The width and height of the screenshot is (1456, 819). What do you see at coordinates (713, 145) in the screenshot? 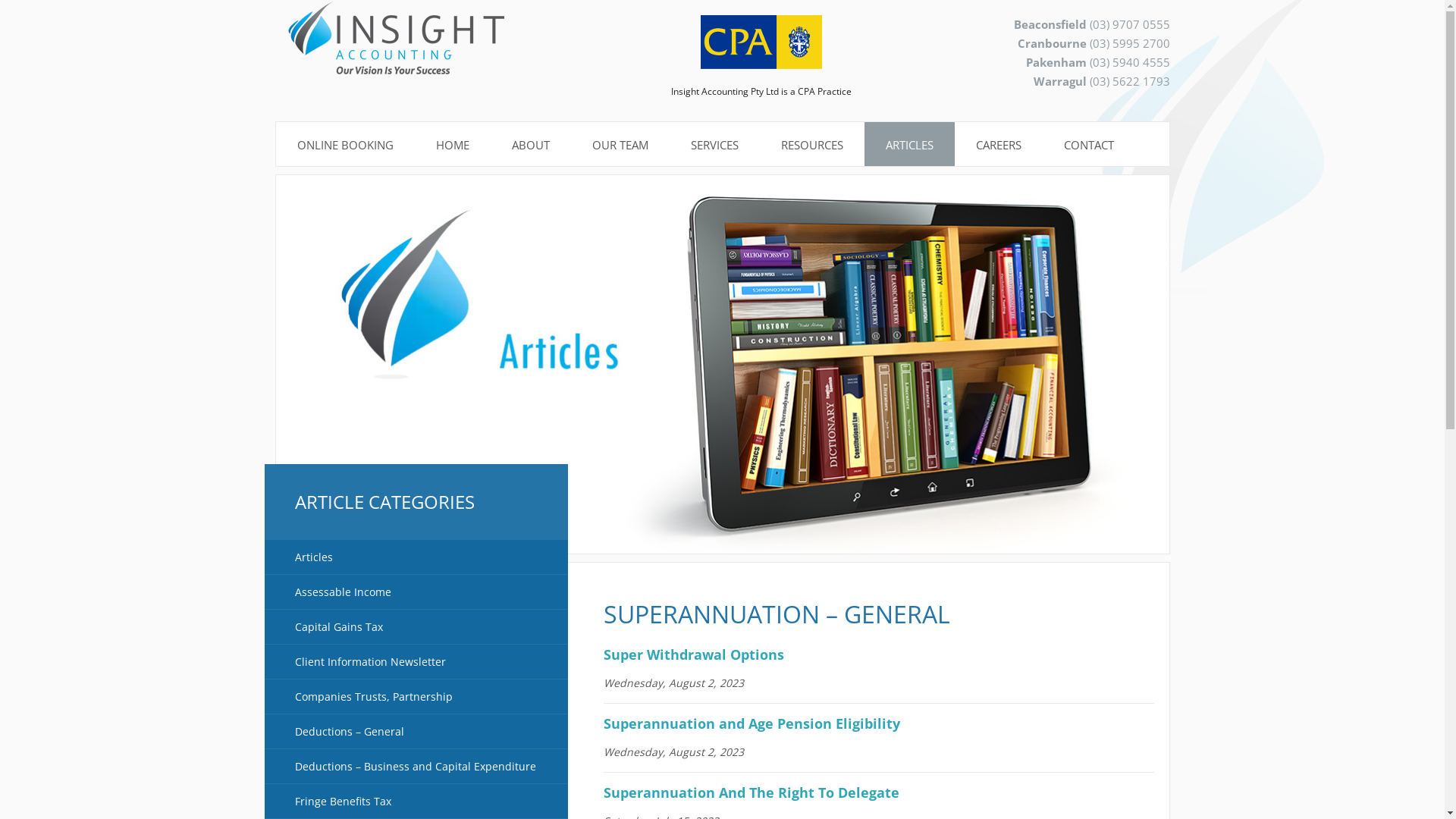
I see `'SERVICES'` at bounding box center [713, 145].